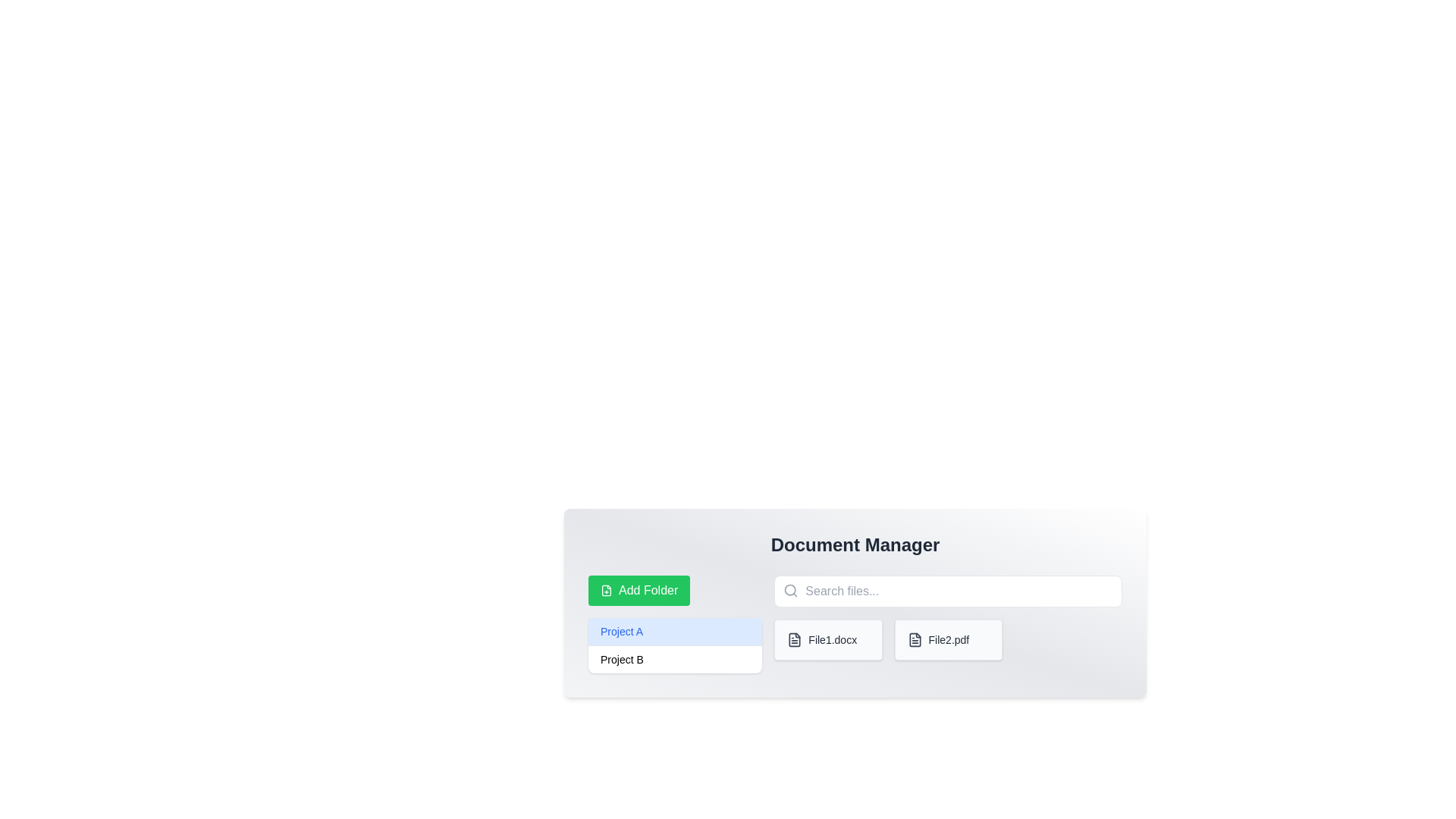 The height and width of the screenshot is (819, 1456). Describe the element at coordinates (947, 640) in the screenshot. I see `the File card labeled 'File2.pdf' which is the second card` at that location.